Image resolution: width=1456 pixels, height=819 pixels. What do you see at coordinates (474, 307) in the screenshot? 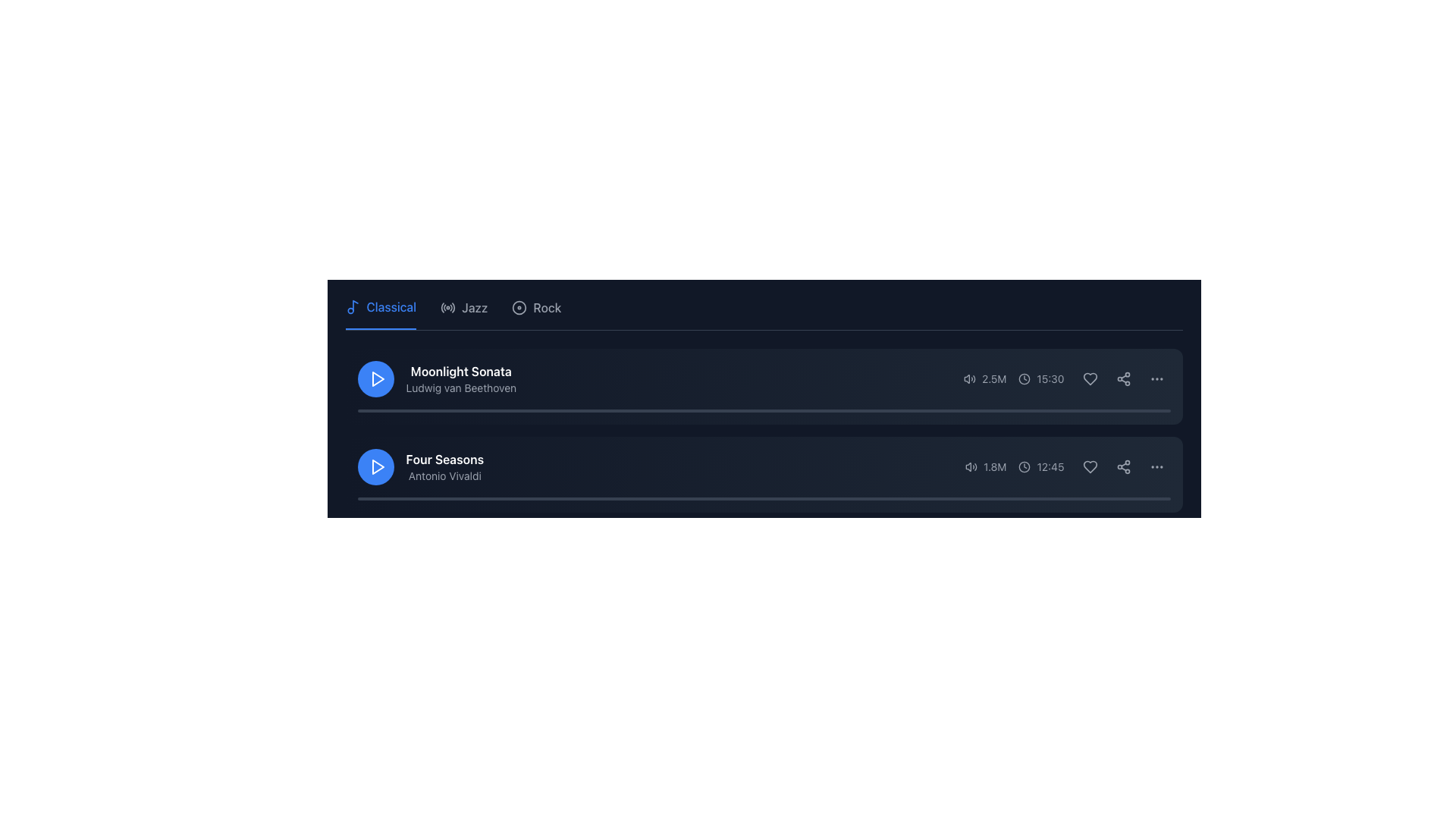
I see `the 'Jazz' genre text label in the top navigation bar` at bounding box center [474, 307].